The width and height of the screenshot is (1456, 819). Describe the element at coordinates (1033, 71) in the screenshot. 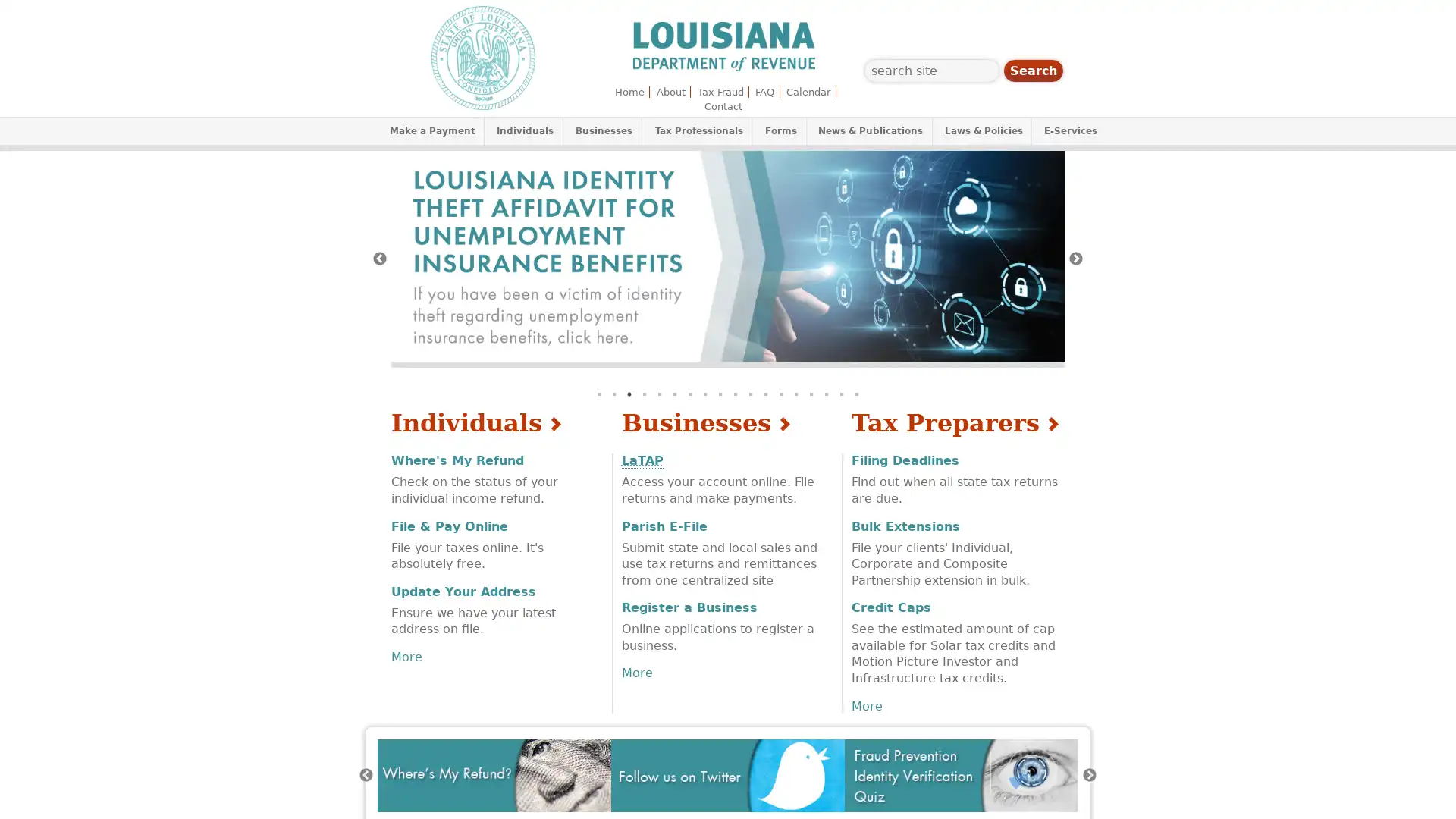

I see `Search` at that location.